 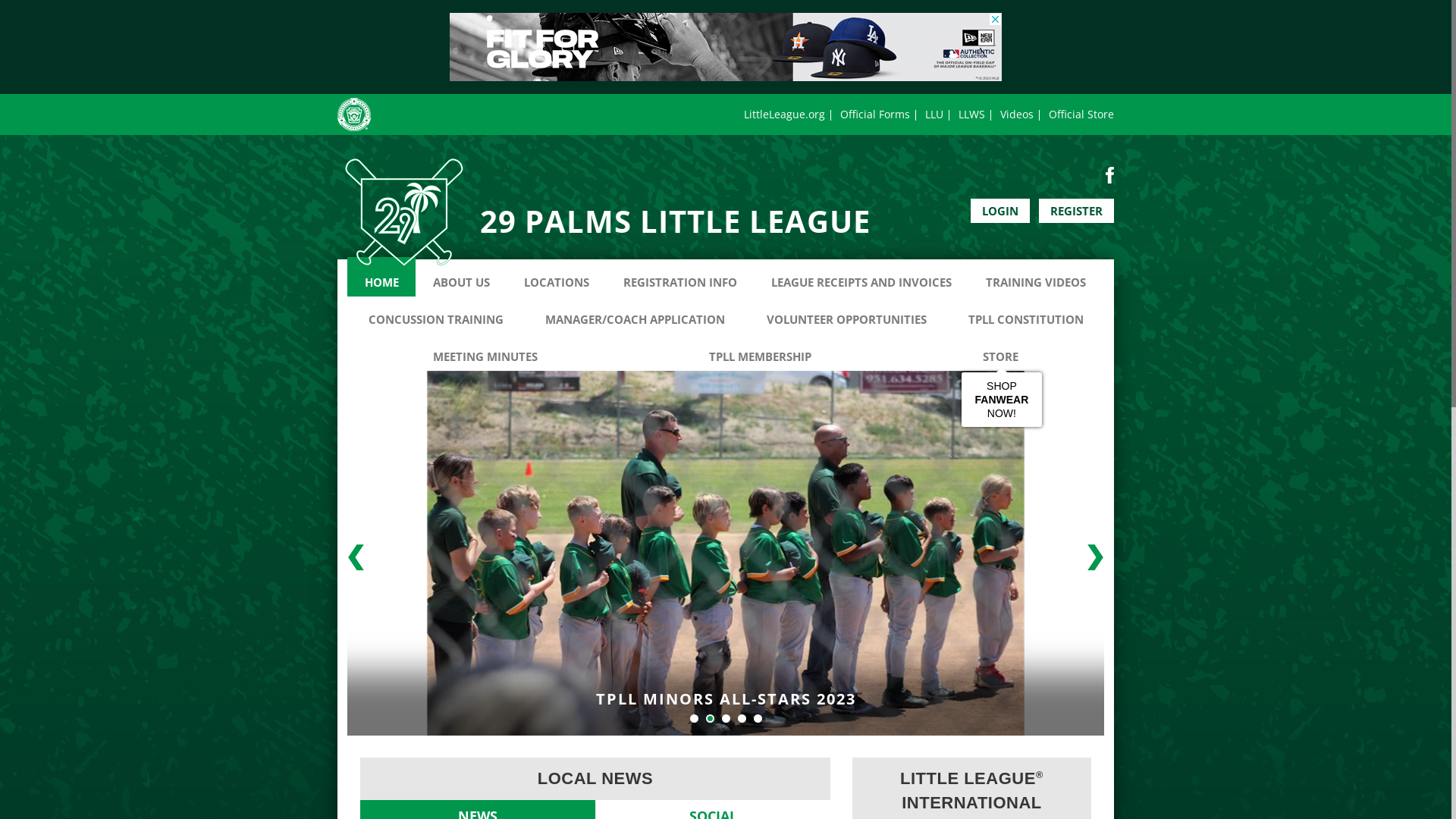 What do you see at coordinates (403, 212) in the screenshot?
I see `'Twentynine Palms Little League'` at bounding box center [403, 212].